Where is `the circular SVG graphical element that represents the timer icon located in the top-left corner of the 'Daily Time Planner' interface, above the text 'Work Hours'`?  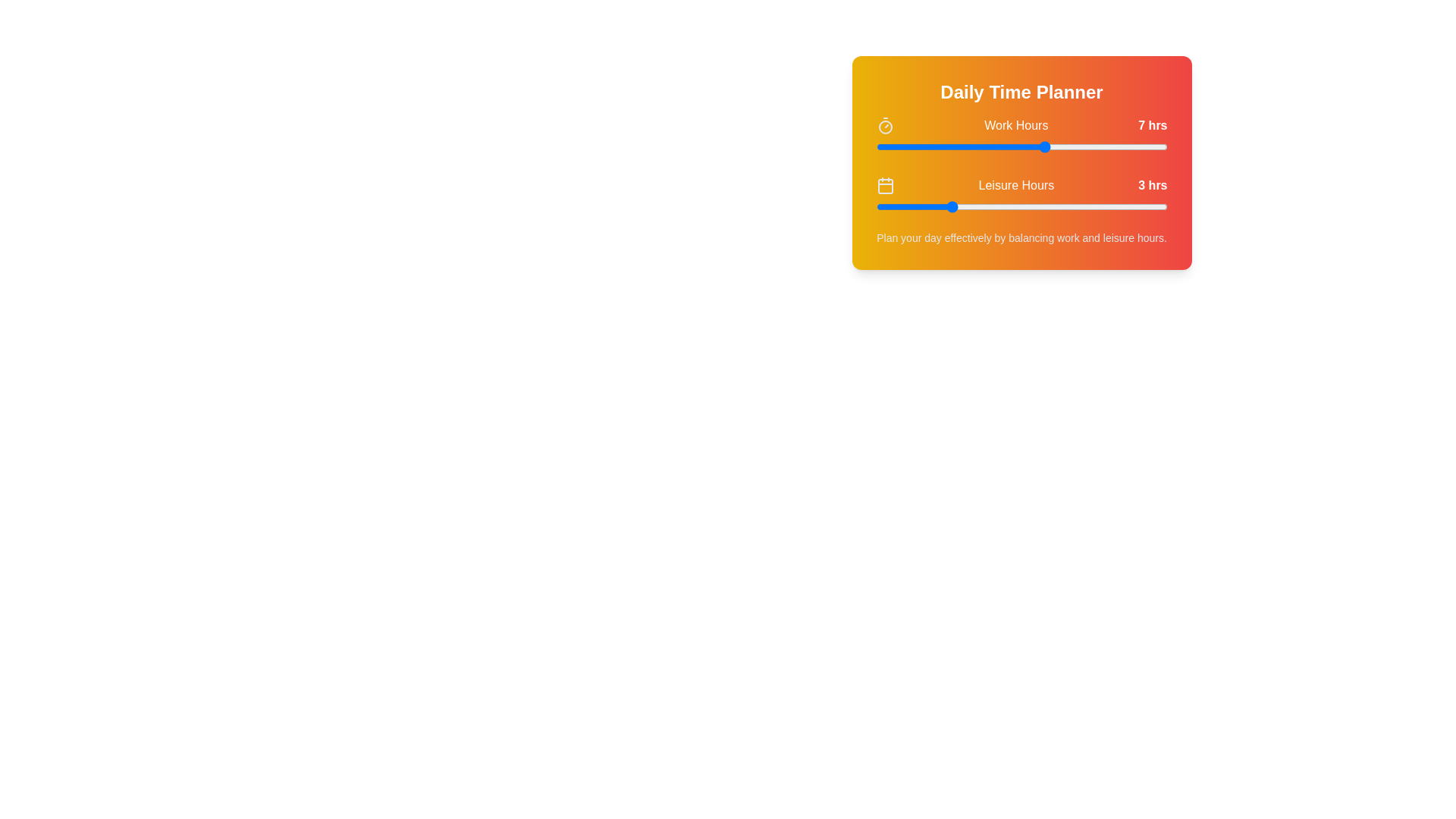 the circular SVG graphical element that represents the timer icon located in the top-left corner of the 'Daily Time Planner' interface, above the text 'Work Hours' is located at coordinates (885, 127).